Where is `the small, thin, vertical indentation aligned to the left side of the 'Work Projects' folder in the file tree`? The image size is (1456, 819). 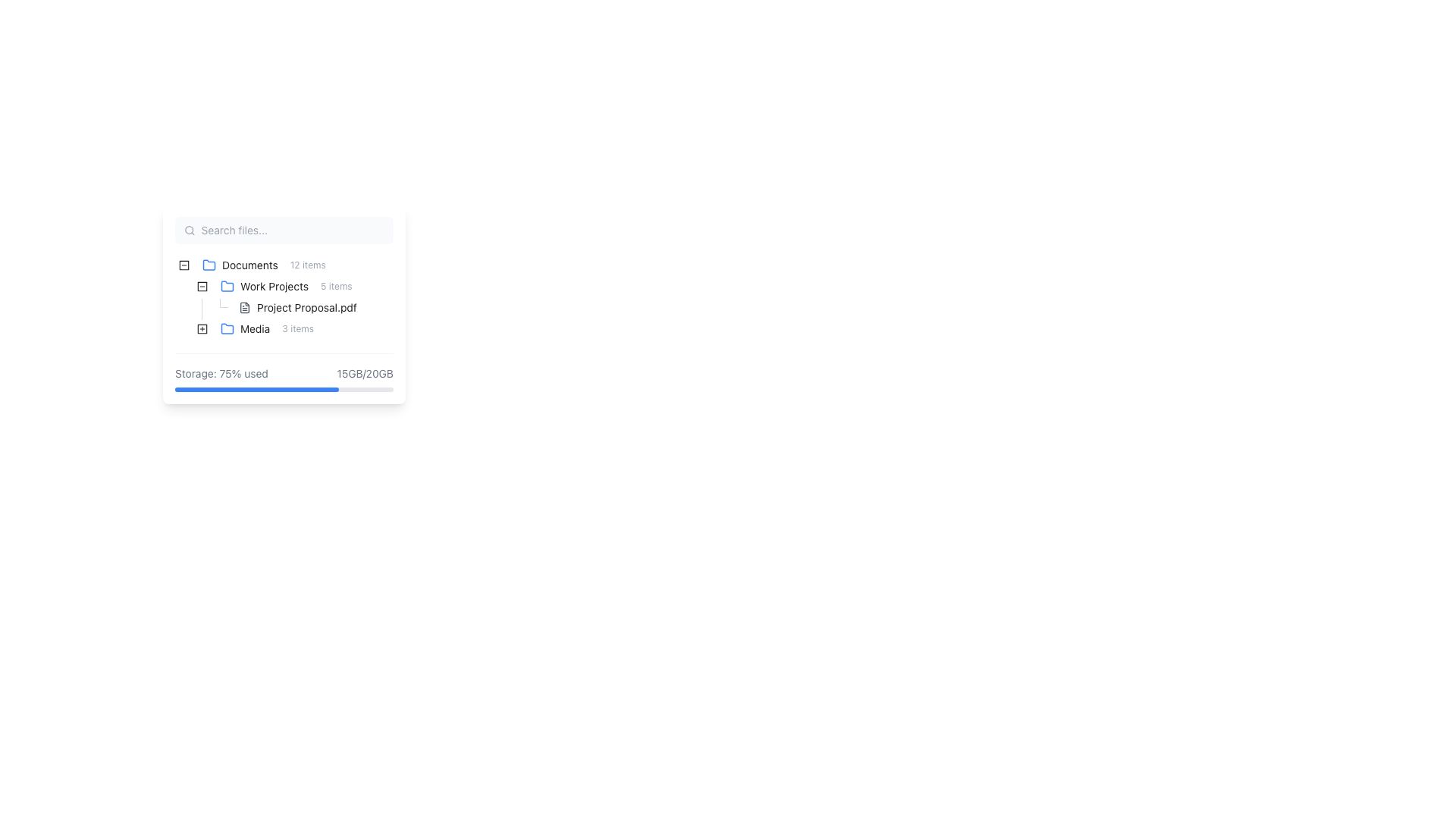 the small, thin, vertical indentation aligned to the left side of the 'Work Projects' folder in the file tree is located at coordinates (184, 287).